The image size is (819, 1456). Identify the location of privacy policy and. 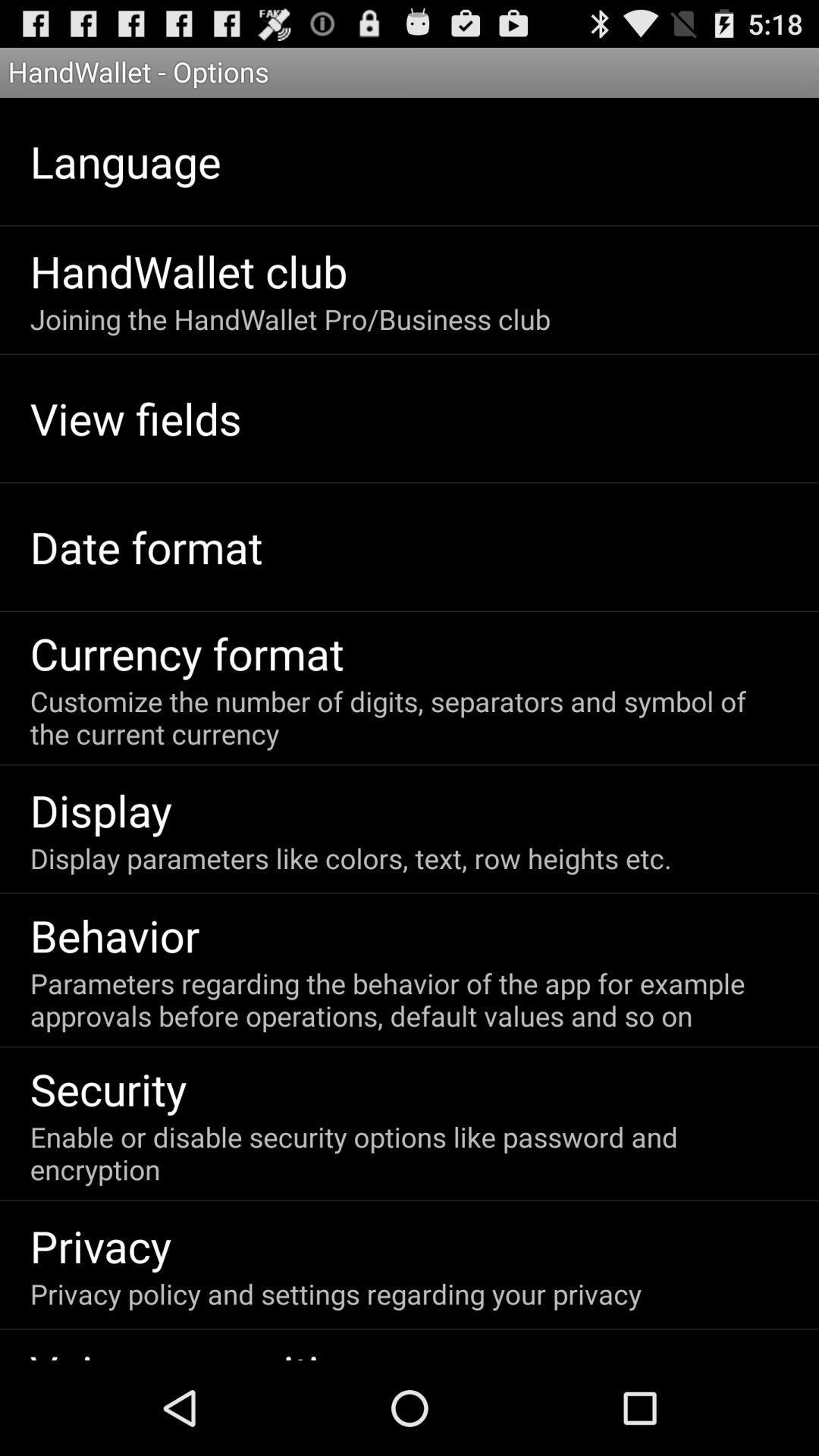
(334, 1293).